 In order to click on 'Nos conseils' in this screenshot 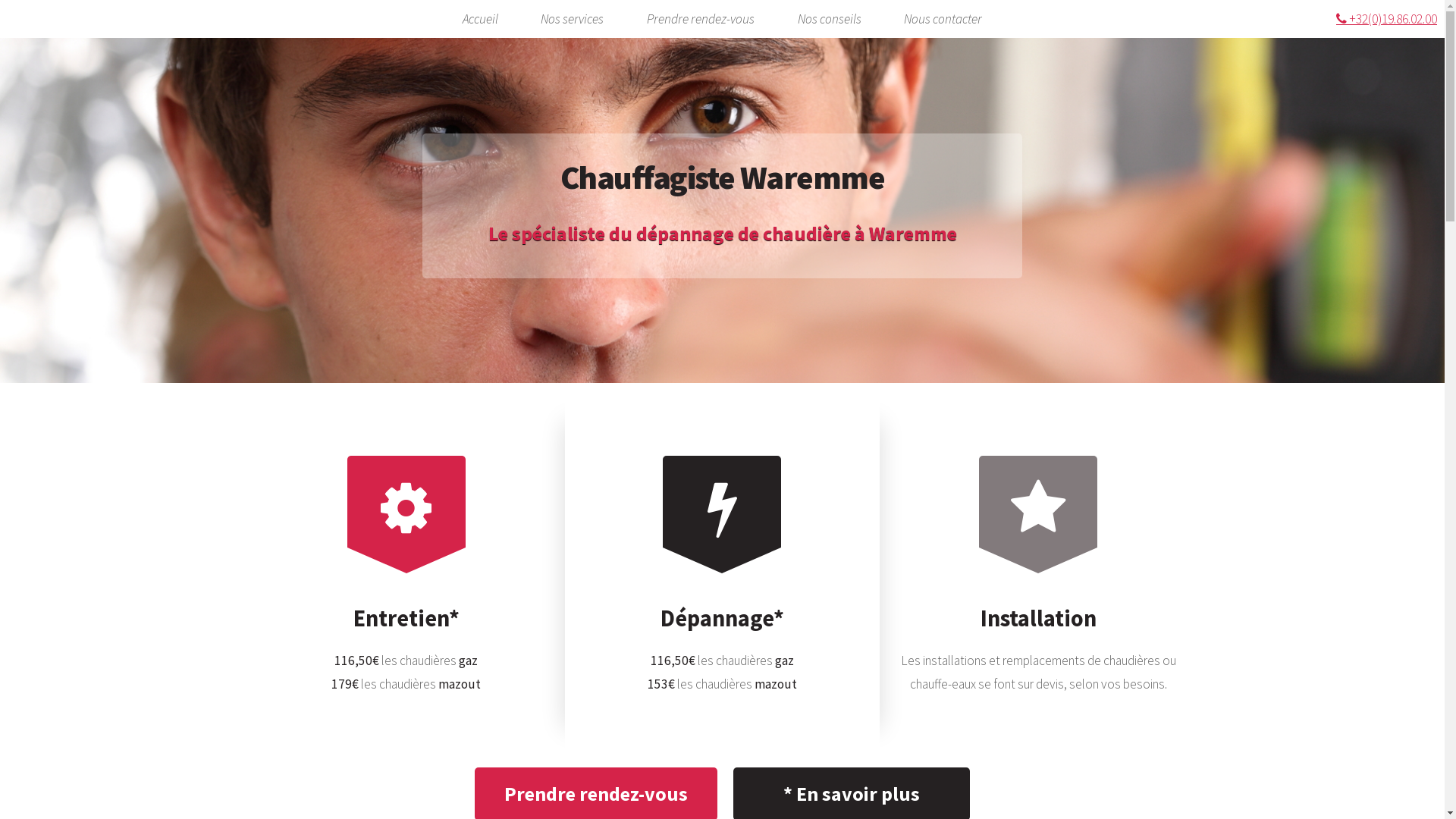, I will do `click(829, 19)`.